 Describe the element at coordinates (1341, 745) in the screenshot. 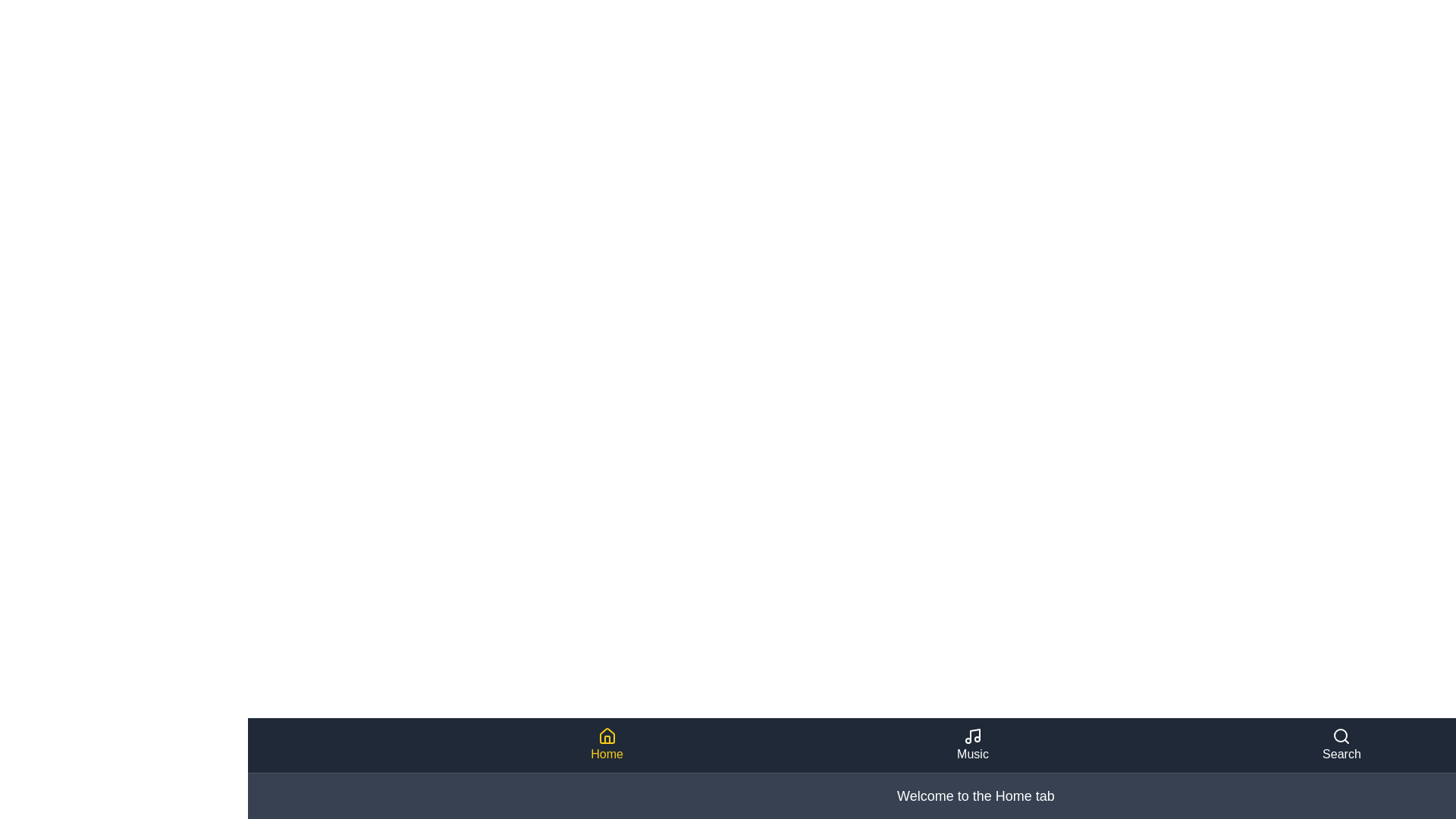

I see `the Search tab to view its hover state` at that location.